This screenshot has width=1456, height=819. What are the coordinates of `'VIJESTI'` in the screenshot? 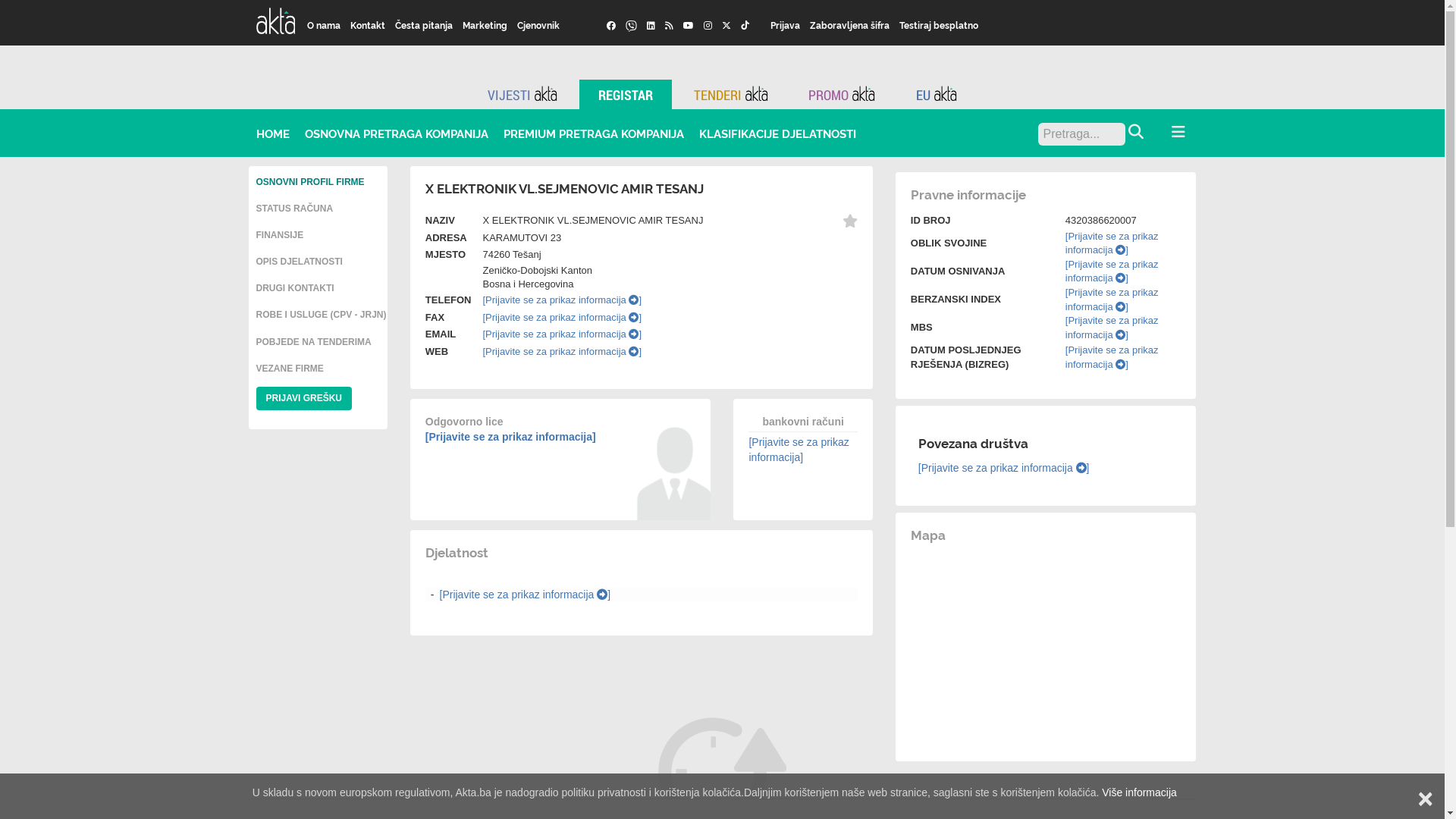 It's located at (522, 94).